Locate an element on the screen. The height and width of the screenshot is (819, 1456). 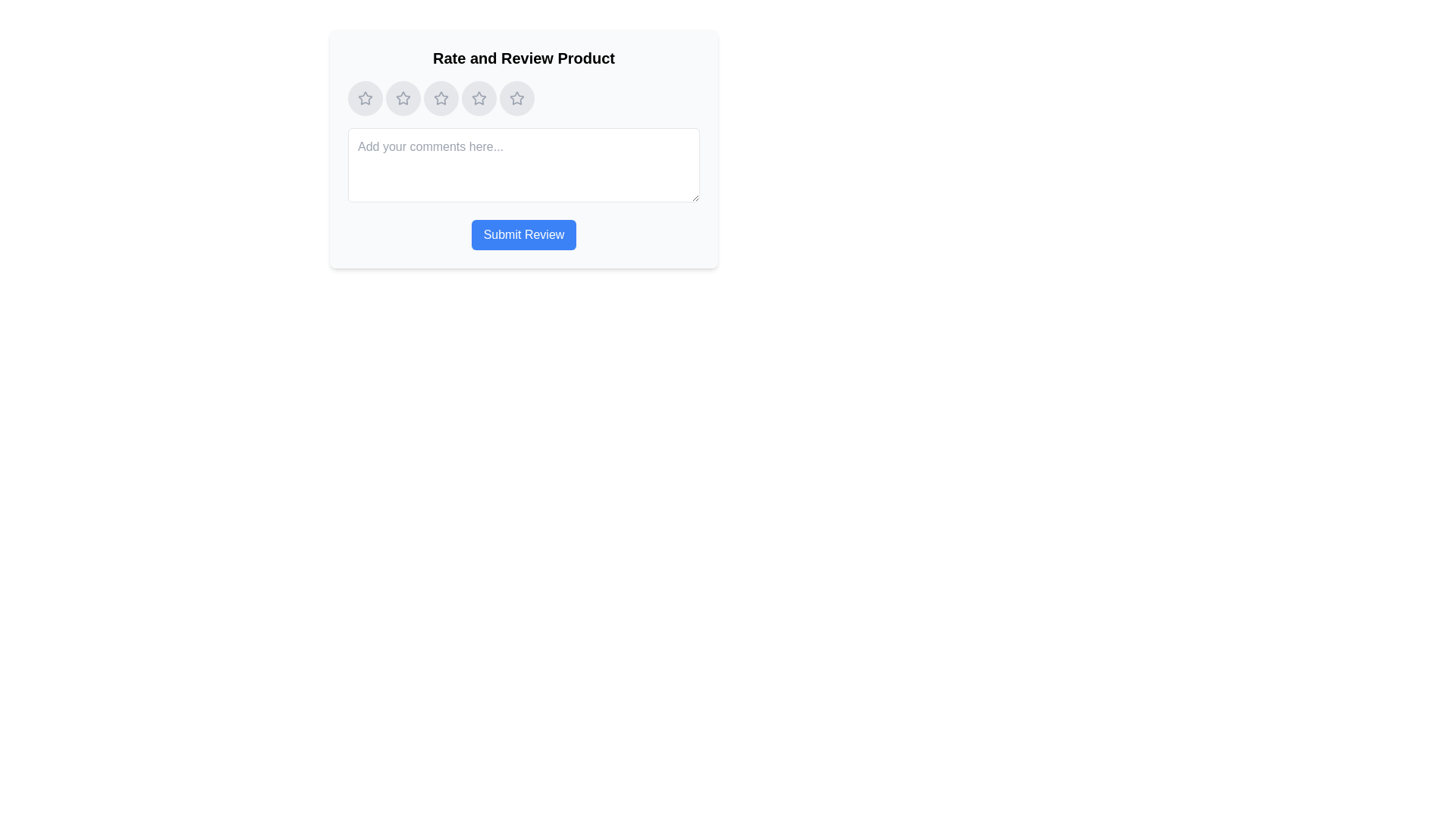
the second star icon in the row of five star icons under the product review heading is located at coordinates (403, 98).